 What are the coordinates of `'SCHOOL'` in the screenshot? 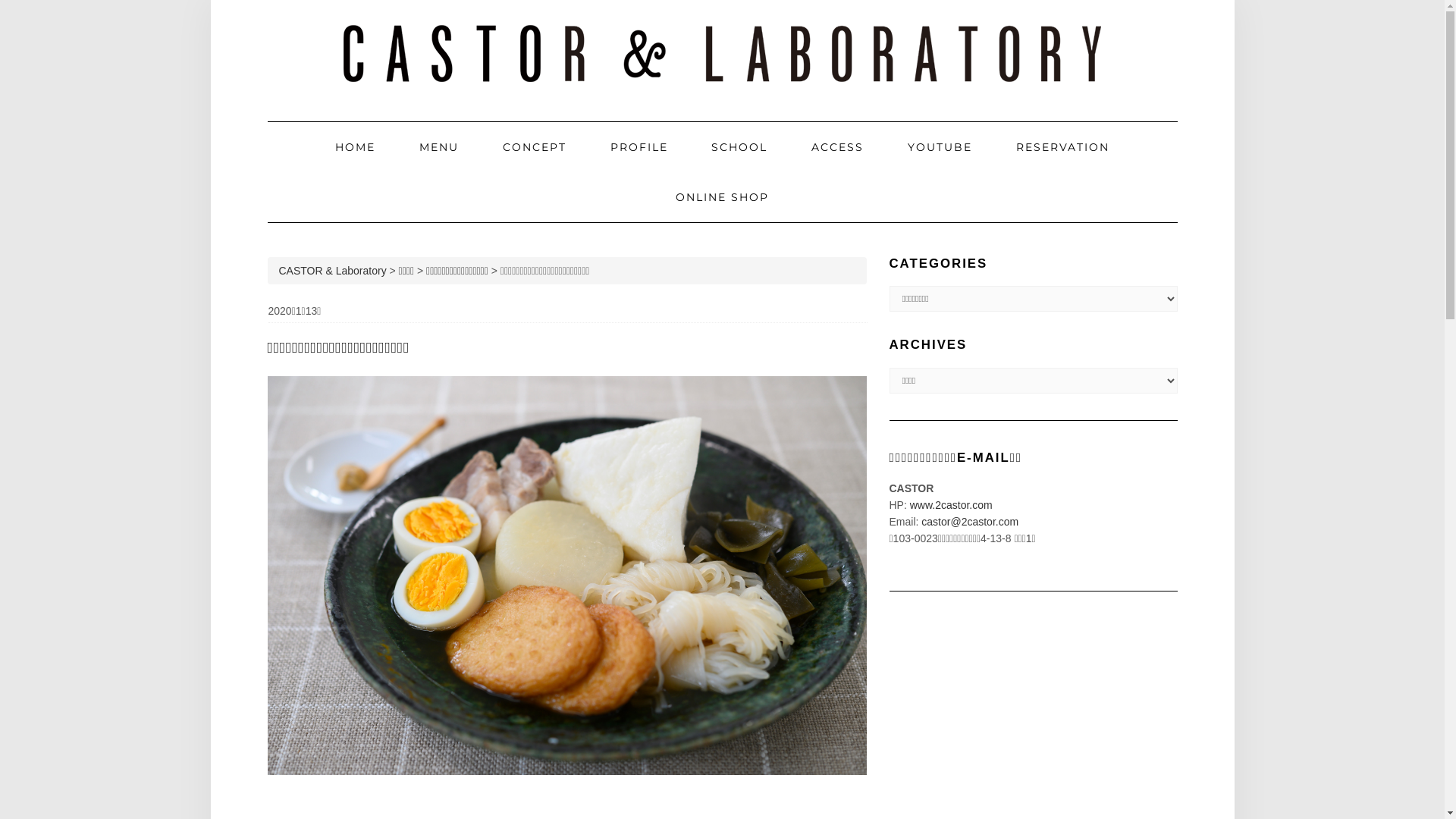 It's located at (739, 146).